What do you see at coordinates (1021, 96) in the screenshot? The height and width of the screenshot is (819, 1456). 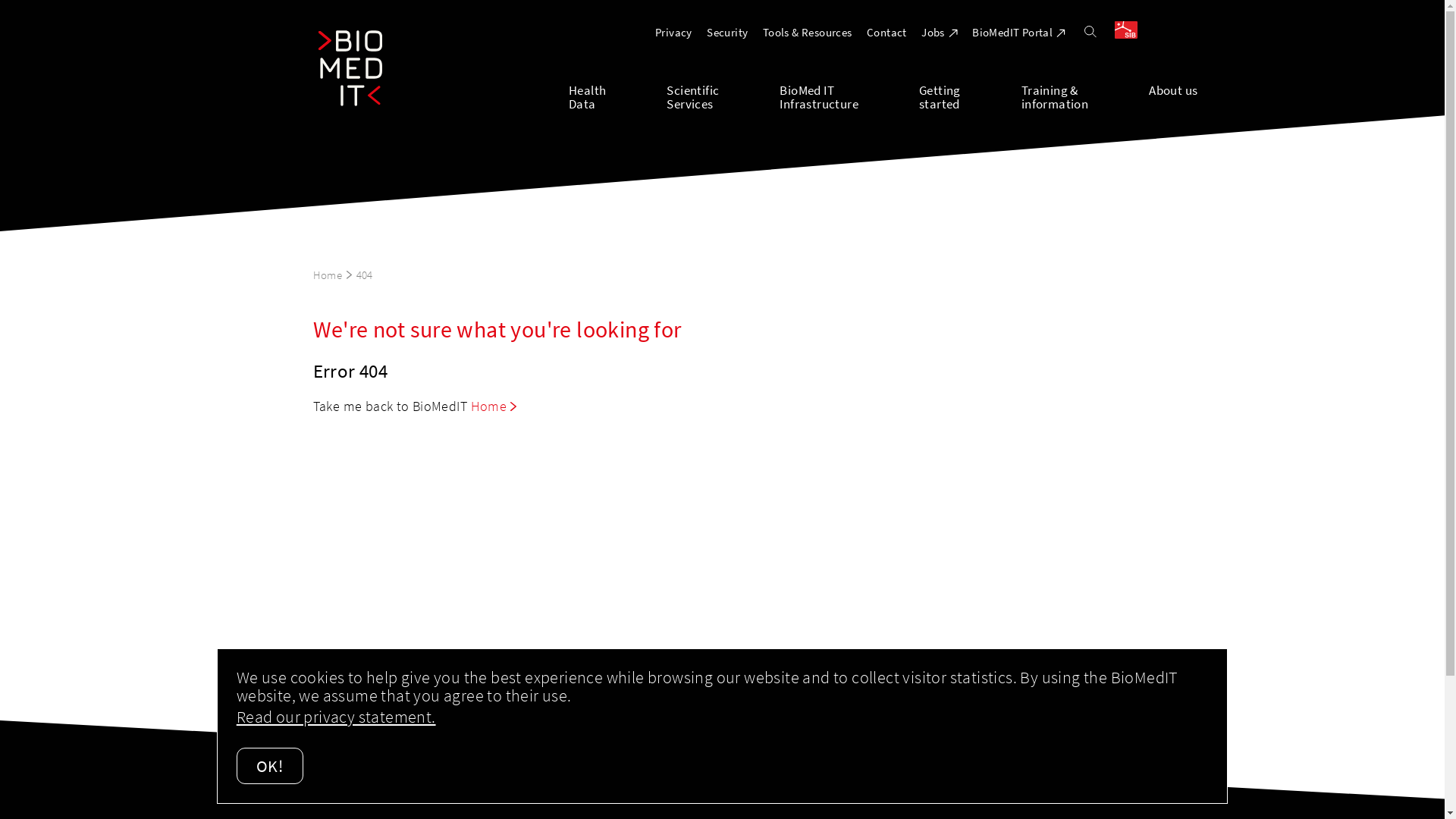 I see `'Training & information'` at bounding box center [1021, 96].